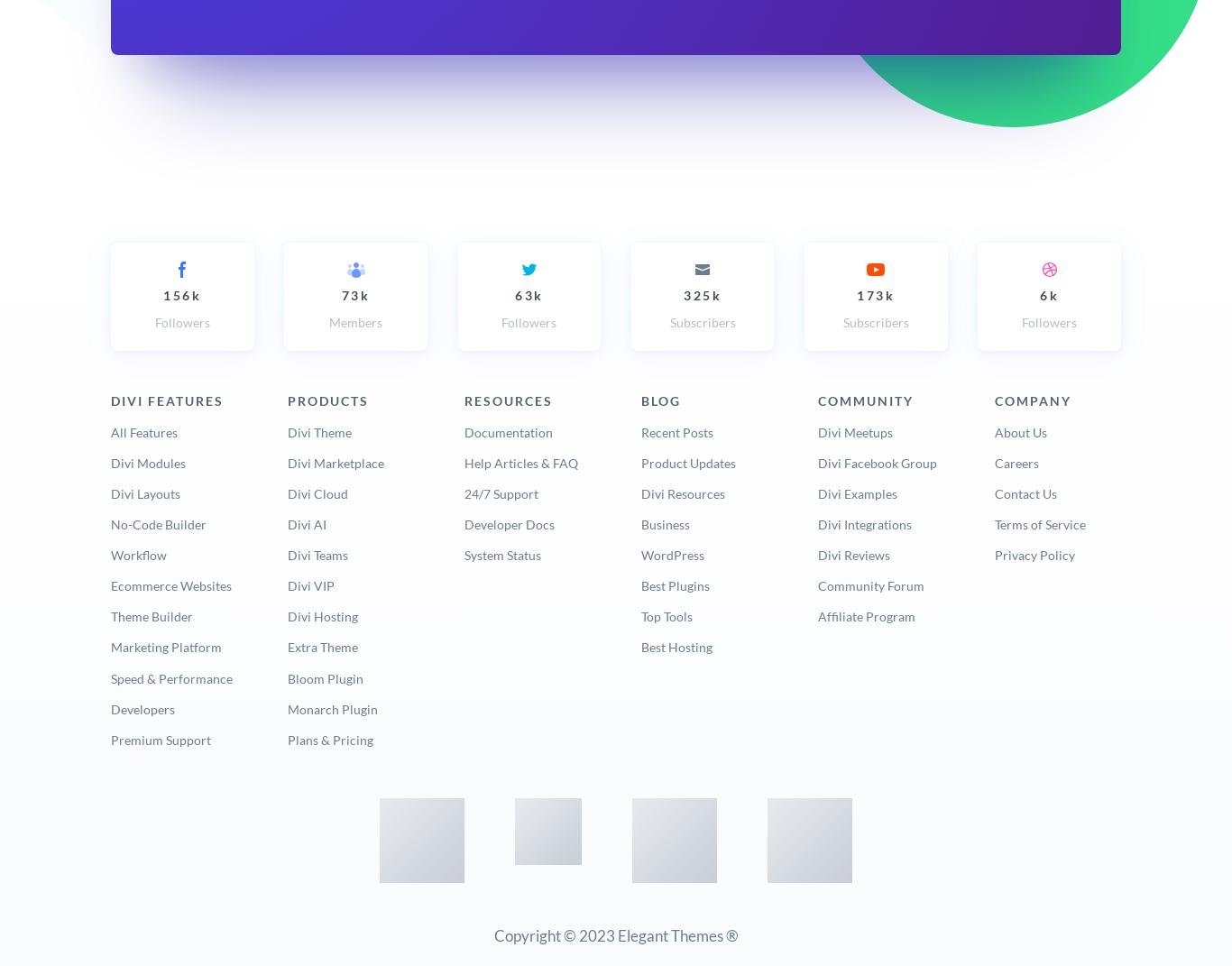 Image resolution: width=1232 pixels, height=966 pixels. I want to click on 'Top Tools', so click(666, 615).